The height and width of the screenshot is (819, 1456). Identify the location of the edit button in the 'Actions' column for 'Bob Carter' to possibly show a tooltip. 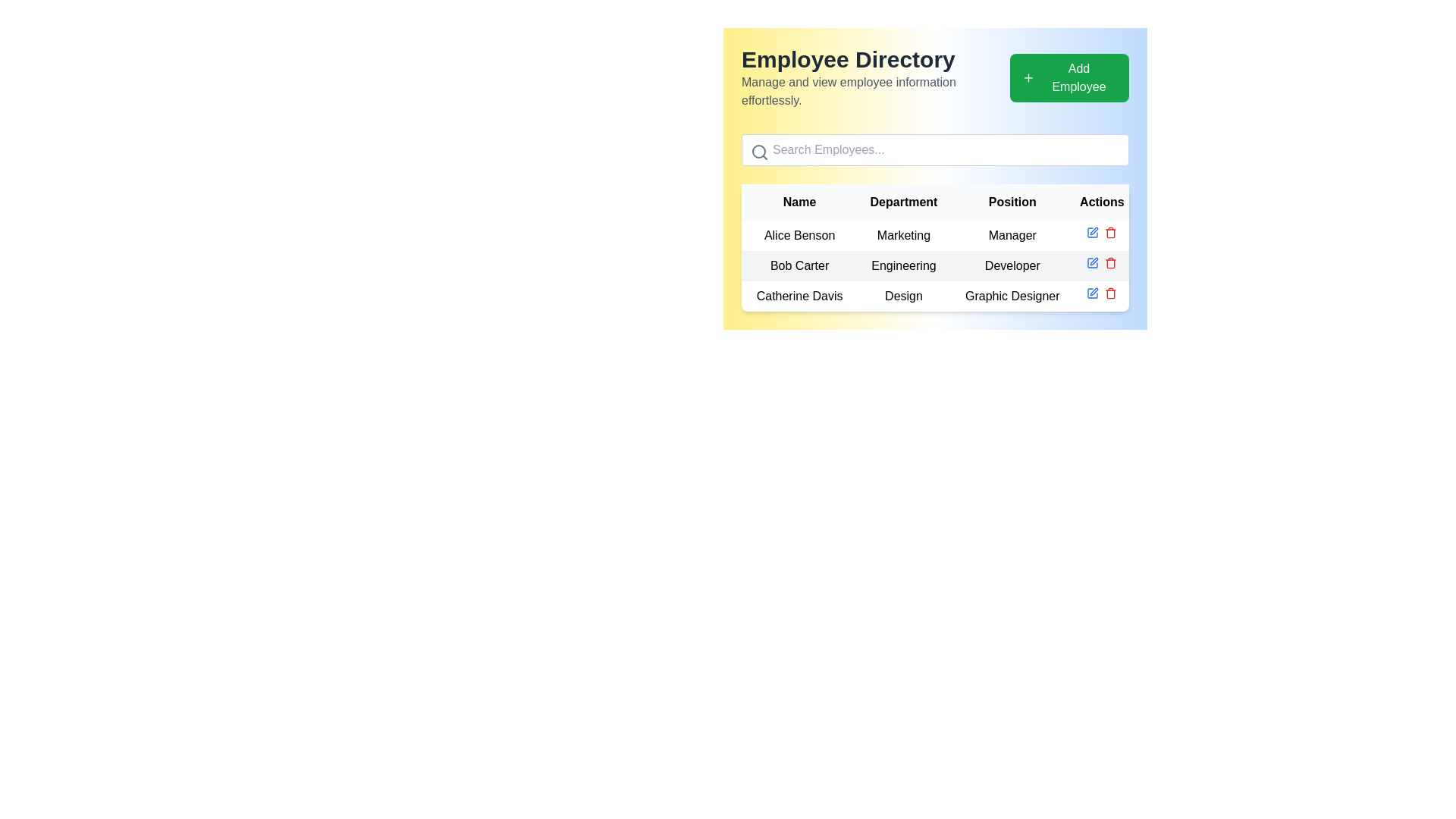
(1093, 233).